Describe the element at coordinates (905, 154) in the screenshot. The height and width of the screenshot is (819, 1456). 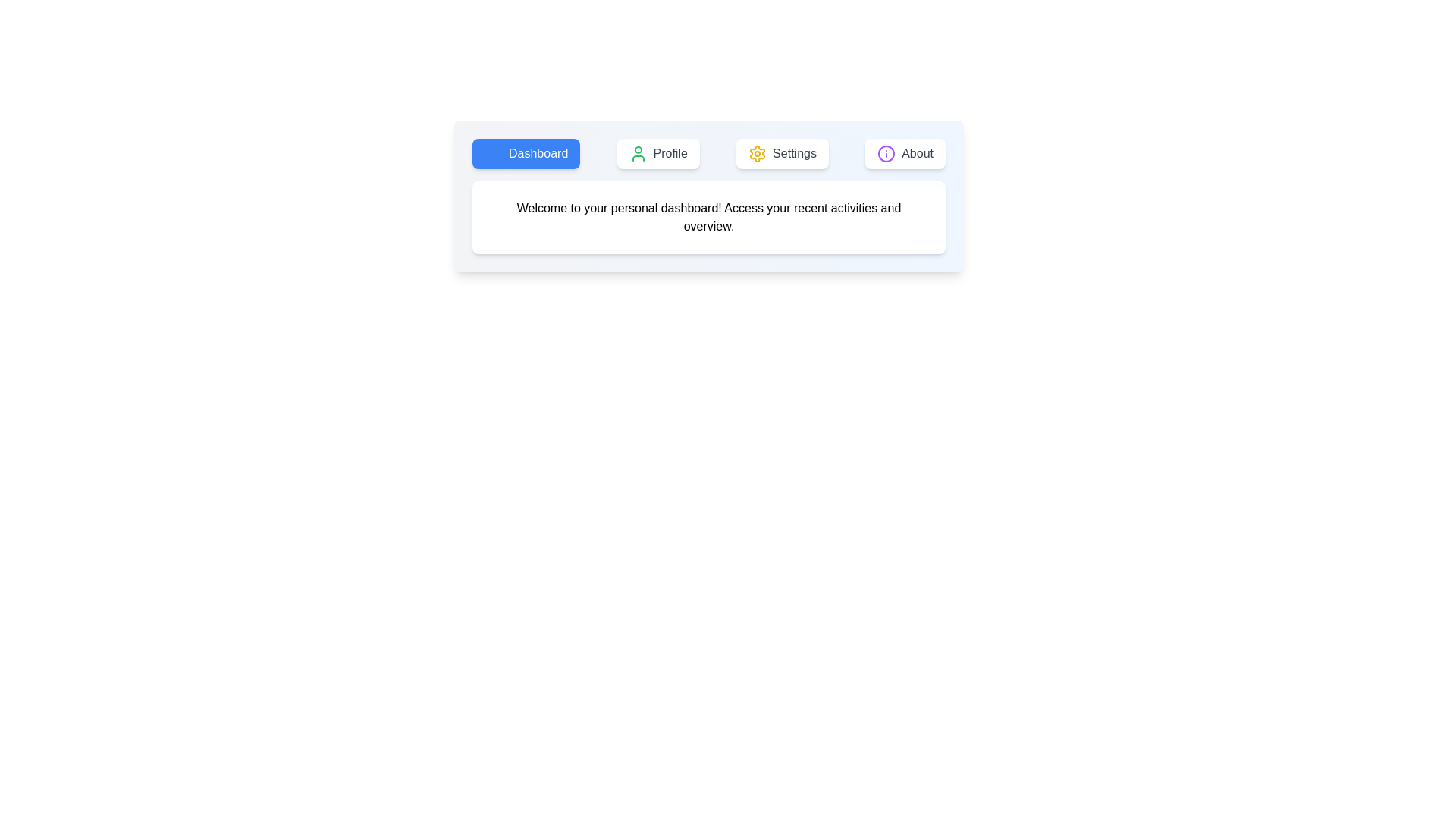
I see `the About tab to switch to its view` at that location.